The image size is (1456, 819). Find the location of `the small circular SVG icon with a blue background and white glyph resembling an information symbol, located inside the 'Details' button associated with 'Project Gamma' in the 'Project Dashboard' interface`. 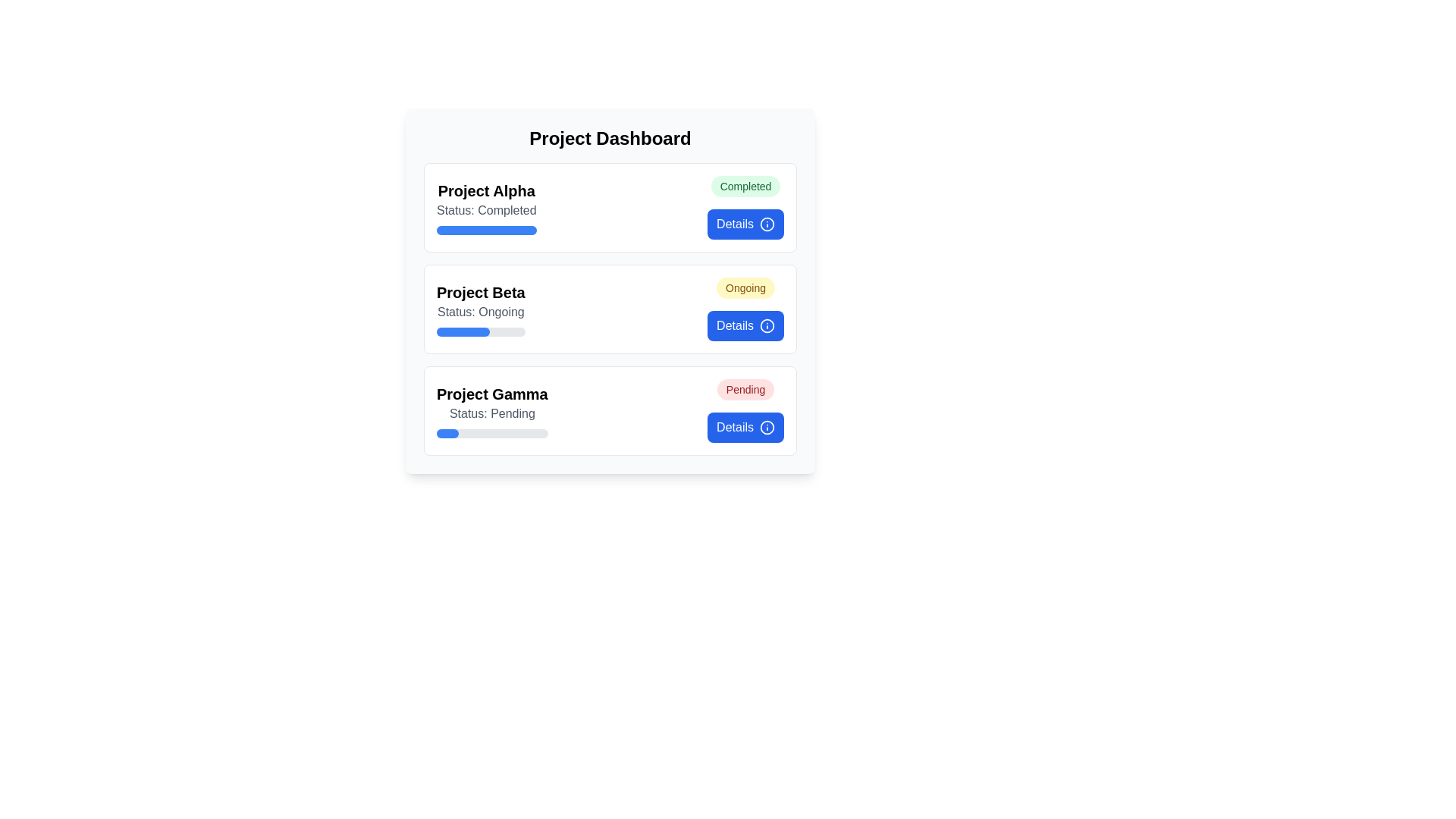

the small circular SVG icon with a blue background and white glyph resembling an information symbol, located inside the 'Details' button associated with 'Project Gamma' in the 'Project Dashboard' interface is located at coordinates (767, 427).